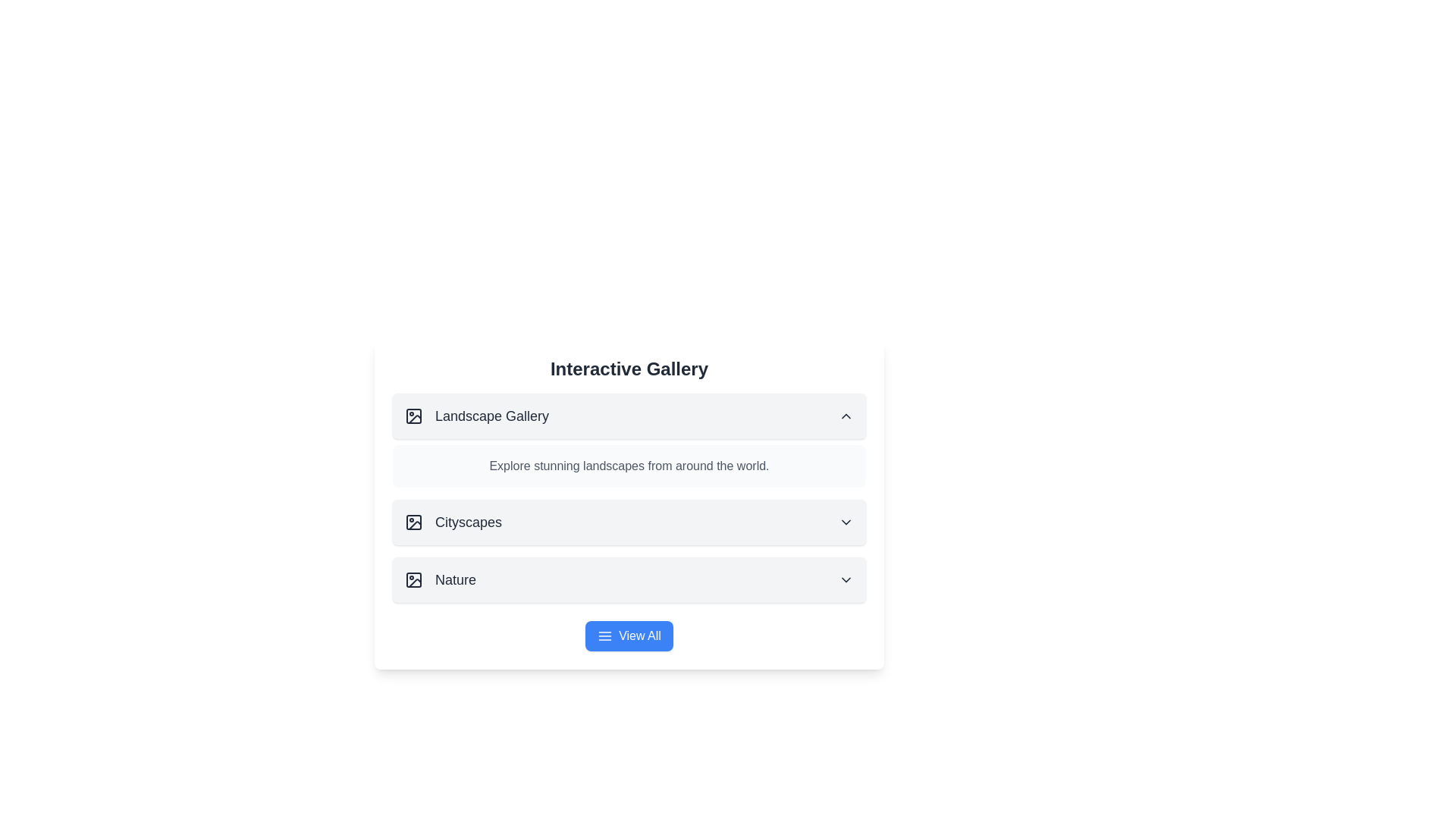  I want to click on the Chevron-up icon, which is a minimalistic SVG arrow pointing upwards, located at the far-right side of the 'Landscape Gallery' panel, so click(846, 416).